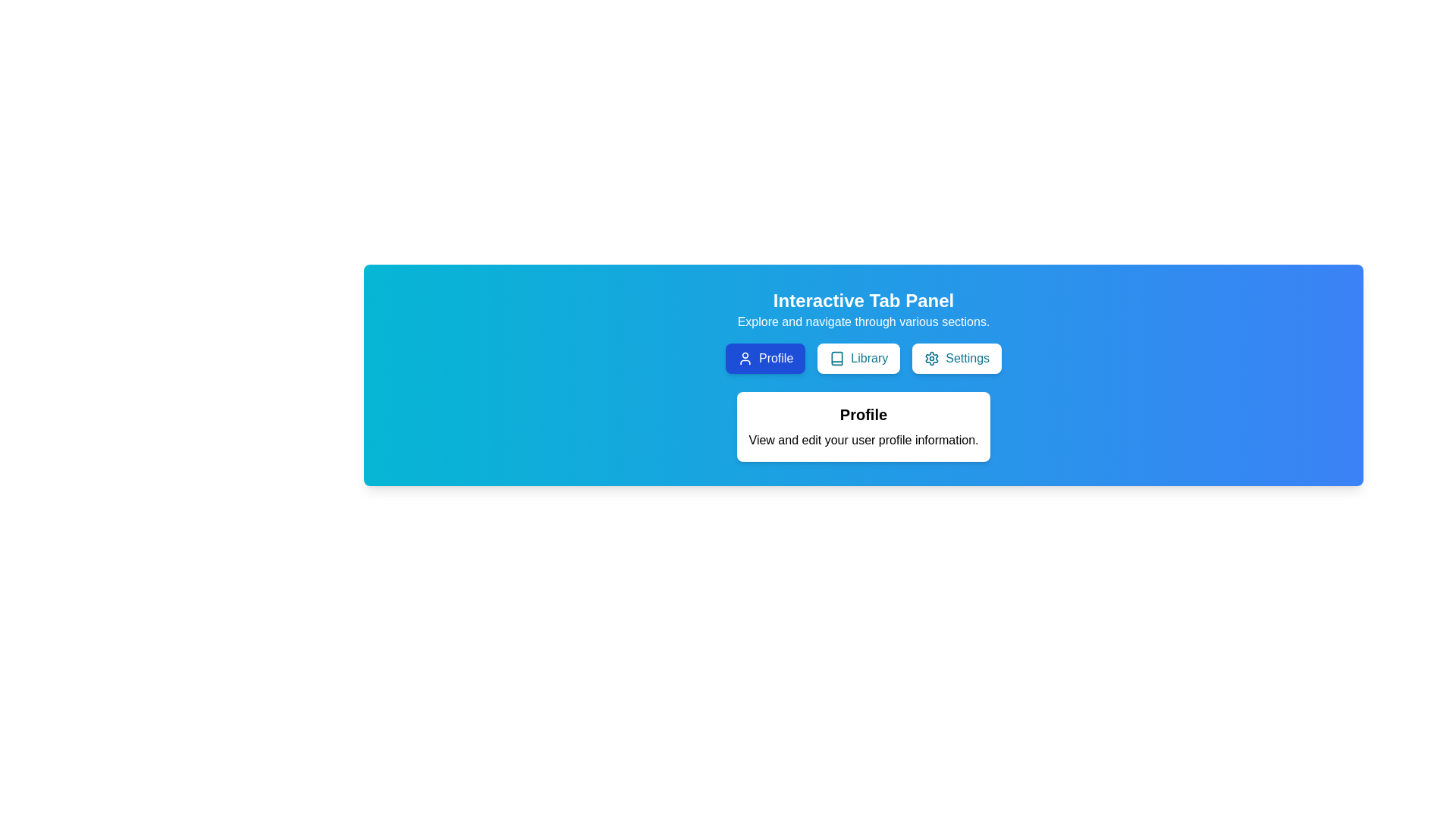  I want to click on the Library tab, so click(858, 359).